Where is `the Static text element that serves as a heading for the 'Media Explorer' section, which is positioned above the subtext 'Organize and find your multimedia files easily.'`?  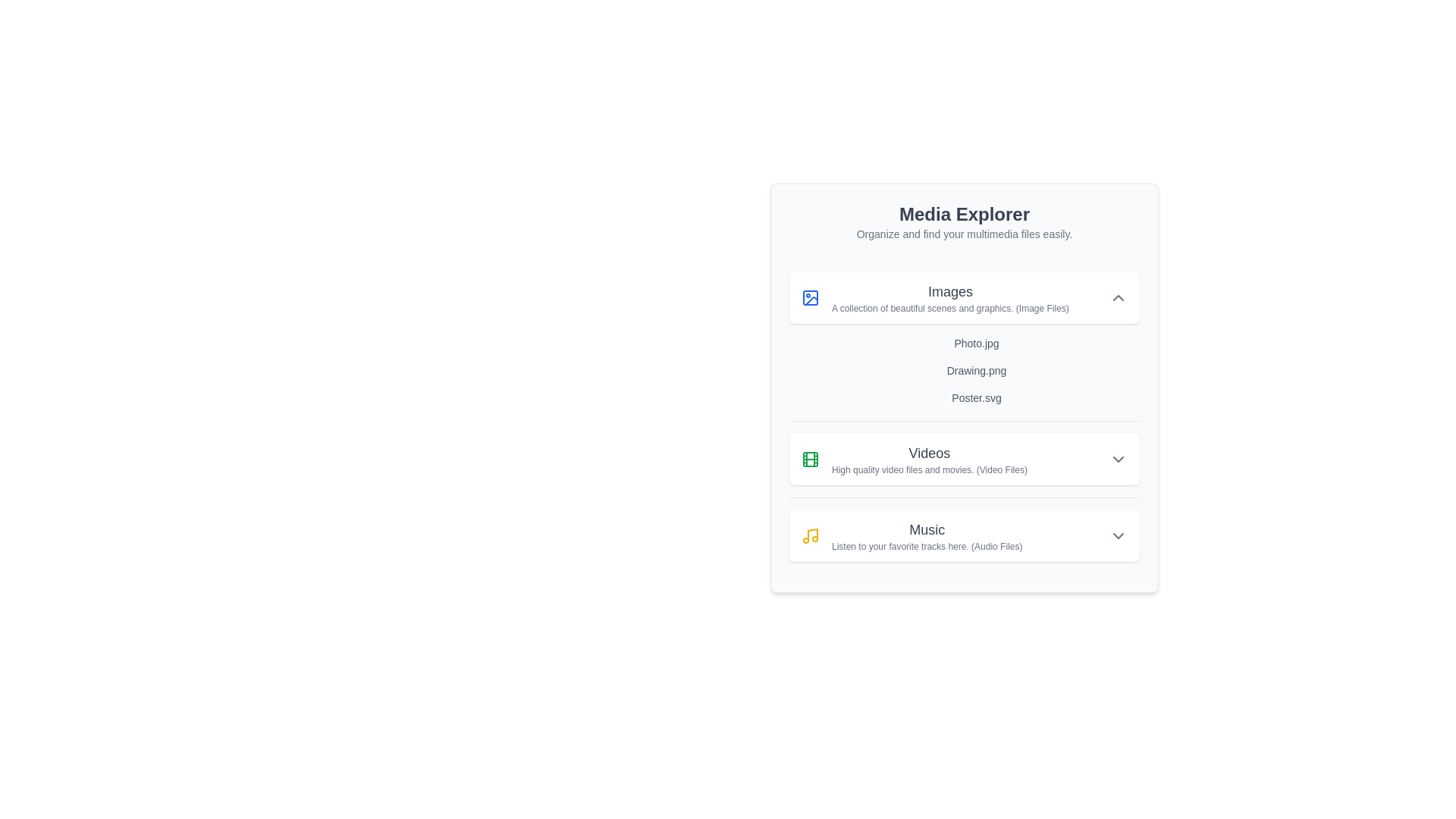
the Static text element that serves as a heading for the 'Media Explorer' section, which is positioned above the subtext 'Organize and find your multimedia files easily.' is located at coordinates (964, 214).